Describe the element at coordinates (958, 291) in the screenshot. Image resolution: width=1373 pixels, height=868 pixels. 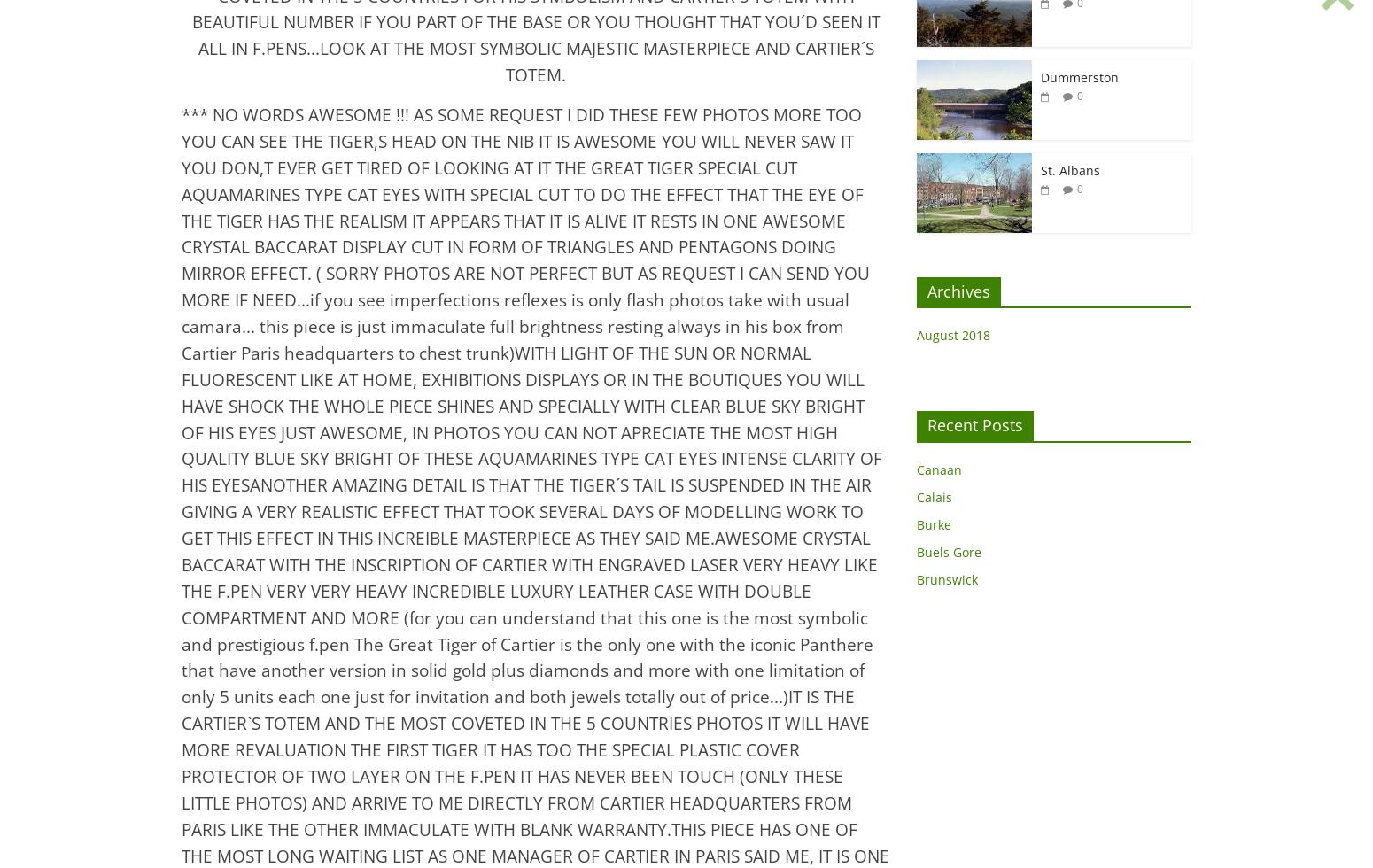
I see `'Archives'` at that location.